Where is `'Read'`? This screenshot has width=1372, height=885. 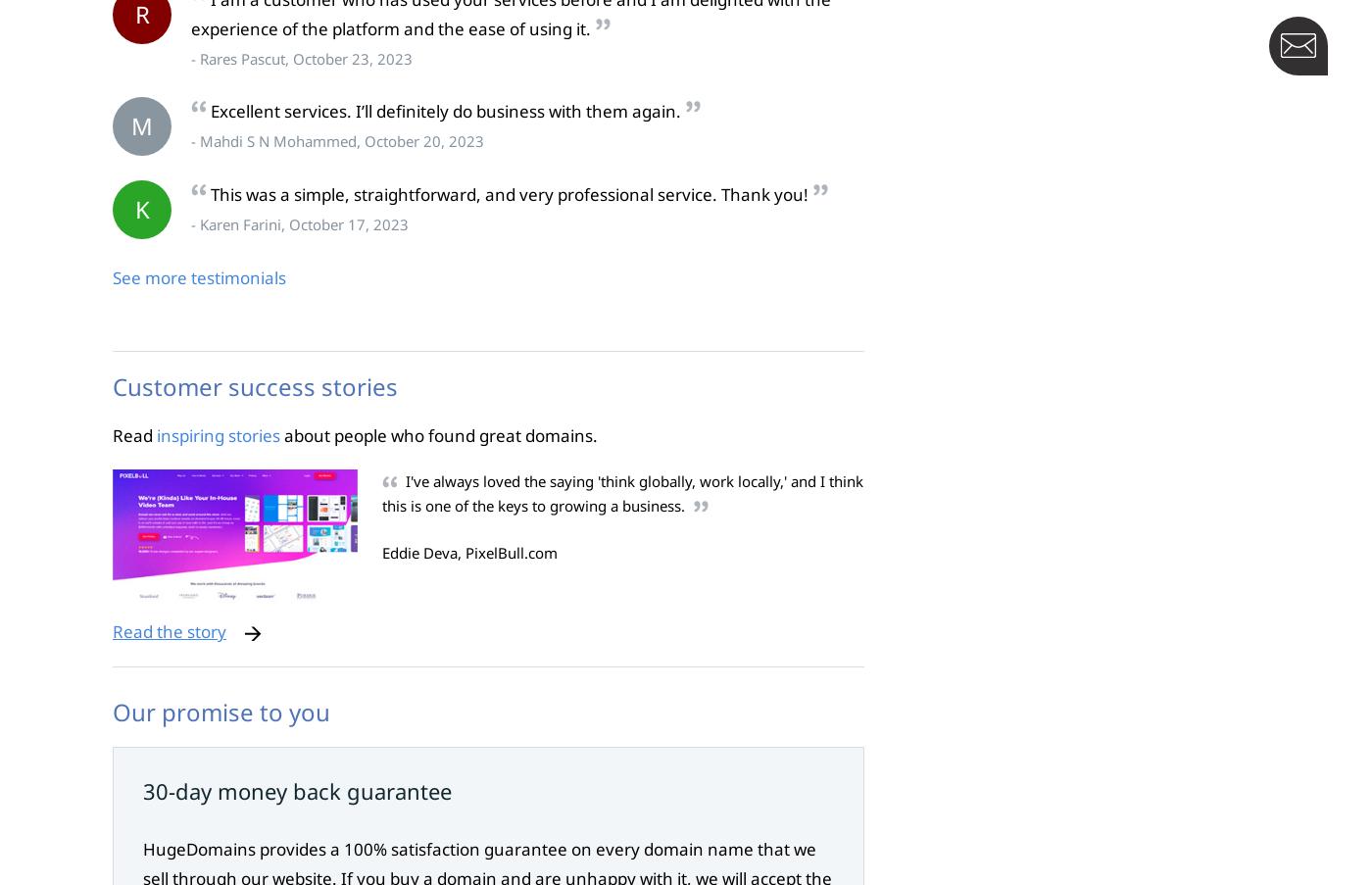
'Read' is located at coordinates (134, 433).